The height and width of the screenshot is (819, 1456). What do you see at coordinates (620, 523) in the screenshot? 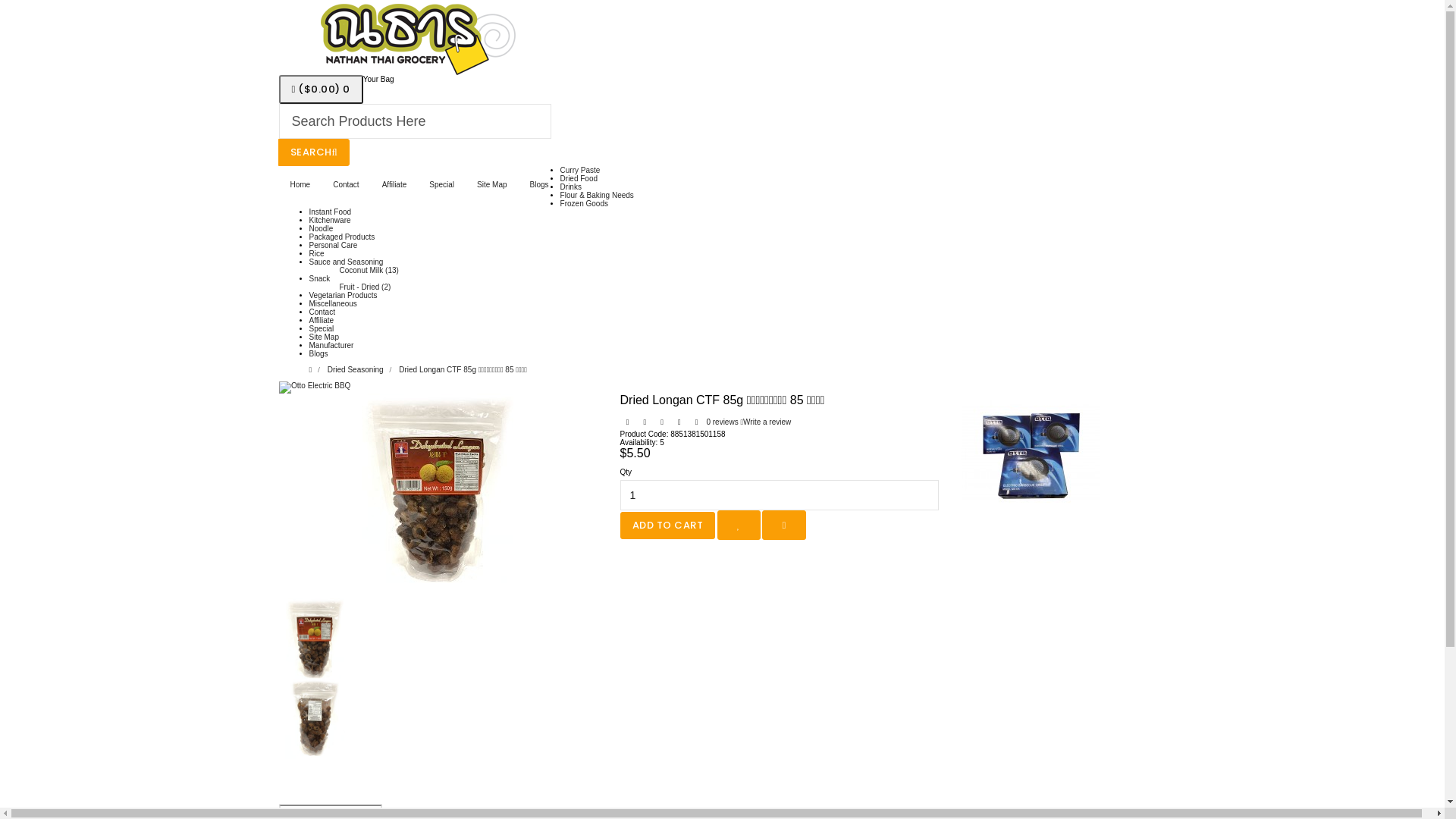
I see `'ADD TO CART'` at bounding box center [620, 523].